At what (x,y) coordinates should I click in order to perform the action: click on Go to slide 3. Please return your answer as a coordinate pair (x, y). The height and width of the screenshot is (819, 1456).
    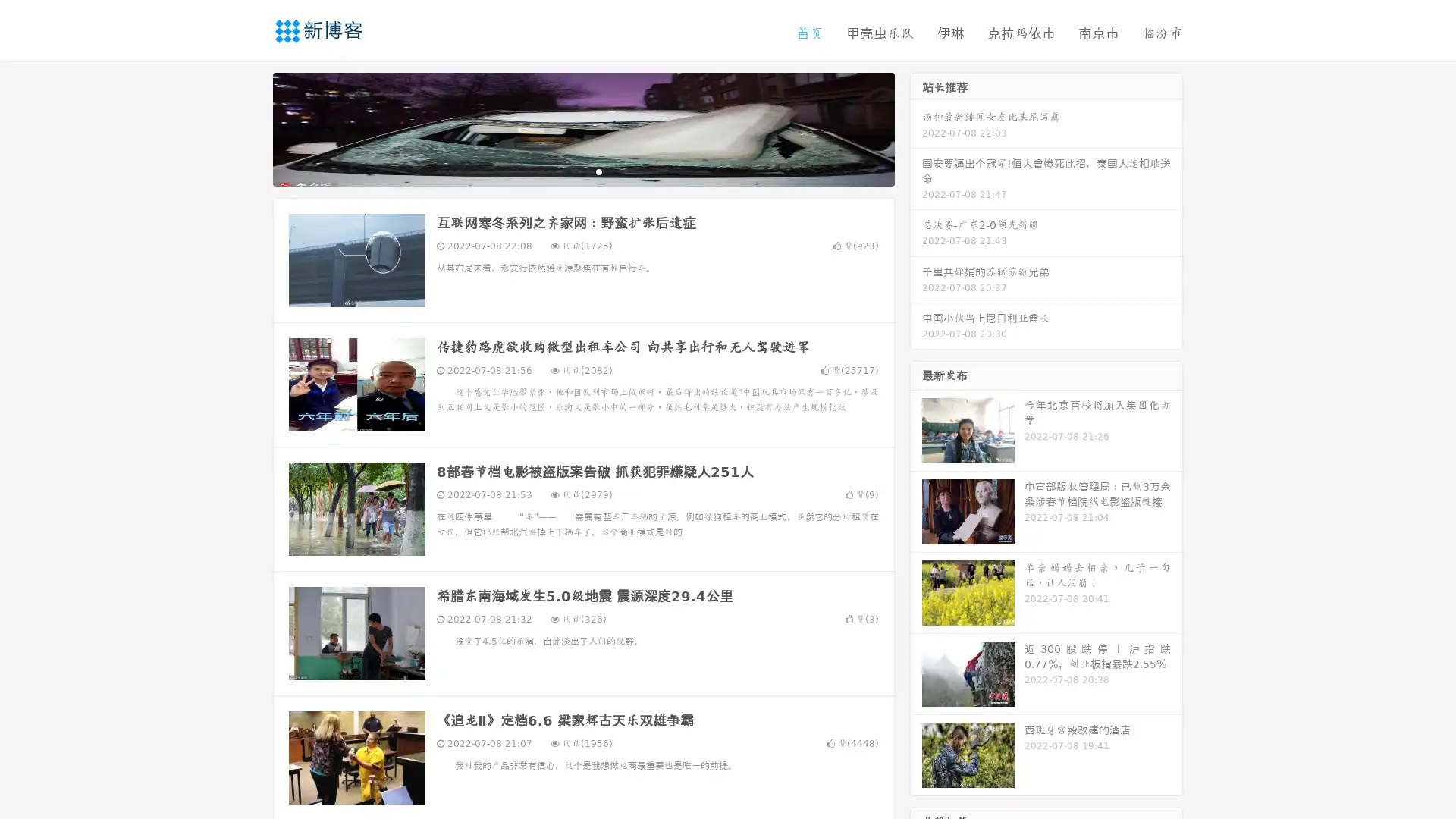
    Looking at the image, I should click on (598, 171).